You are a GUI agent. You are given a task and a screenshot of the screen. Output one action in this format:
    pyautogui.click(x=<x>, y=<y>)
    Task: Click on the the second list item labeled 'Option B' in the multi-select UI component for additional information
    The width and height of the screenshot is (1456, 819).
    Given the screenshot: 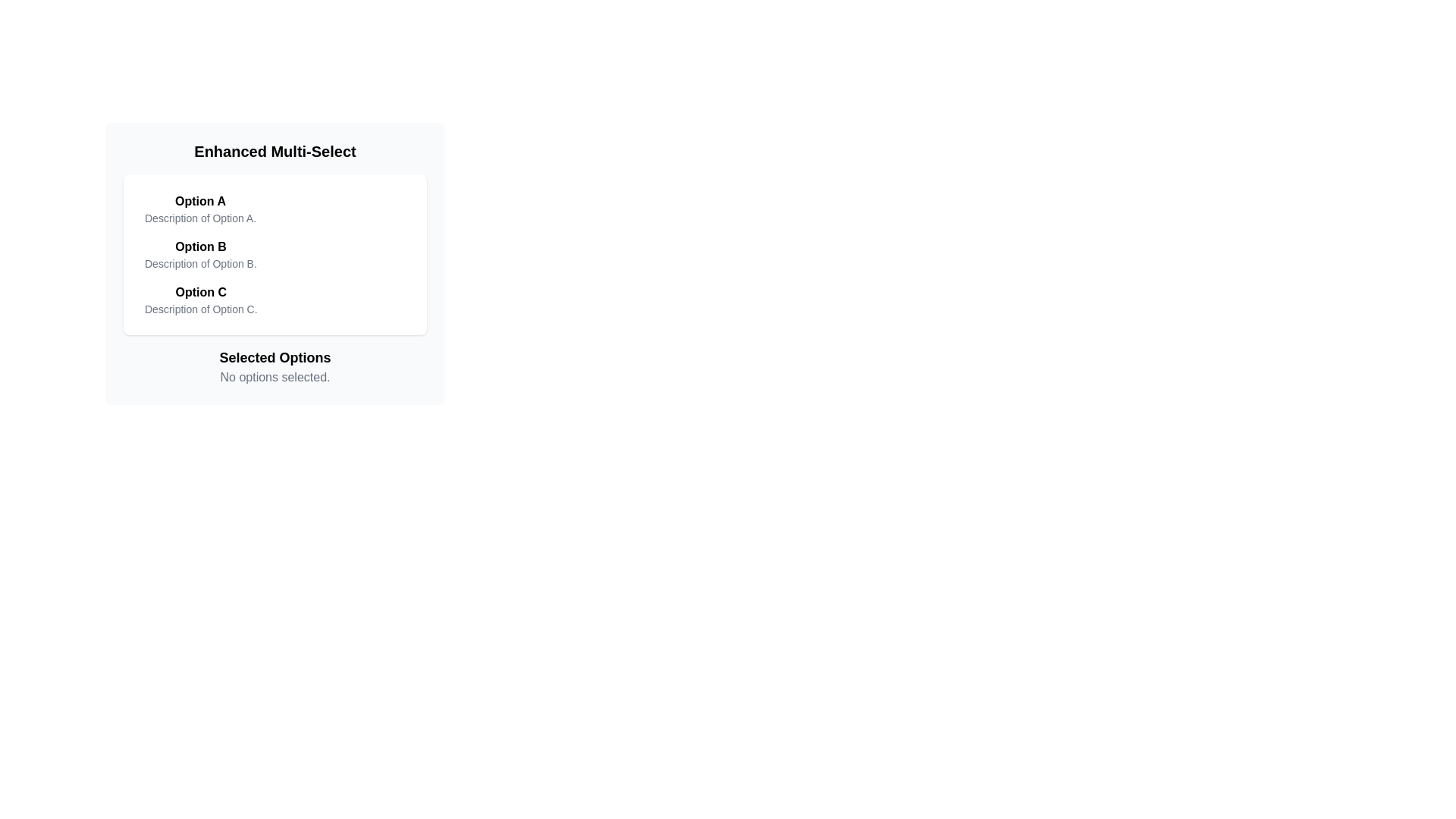 What is the action you would take?
    pyautogui.click(x=275, y=253)
    